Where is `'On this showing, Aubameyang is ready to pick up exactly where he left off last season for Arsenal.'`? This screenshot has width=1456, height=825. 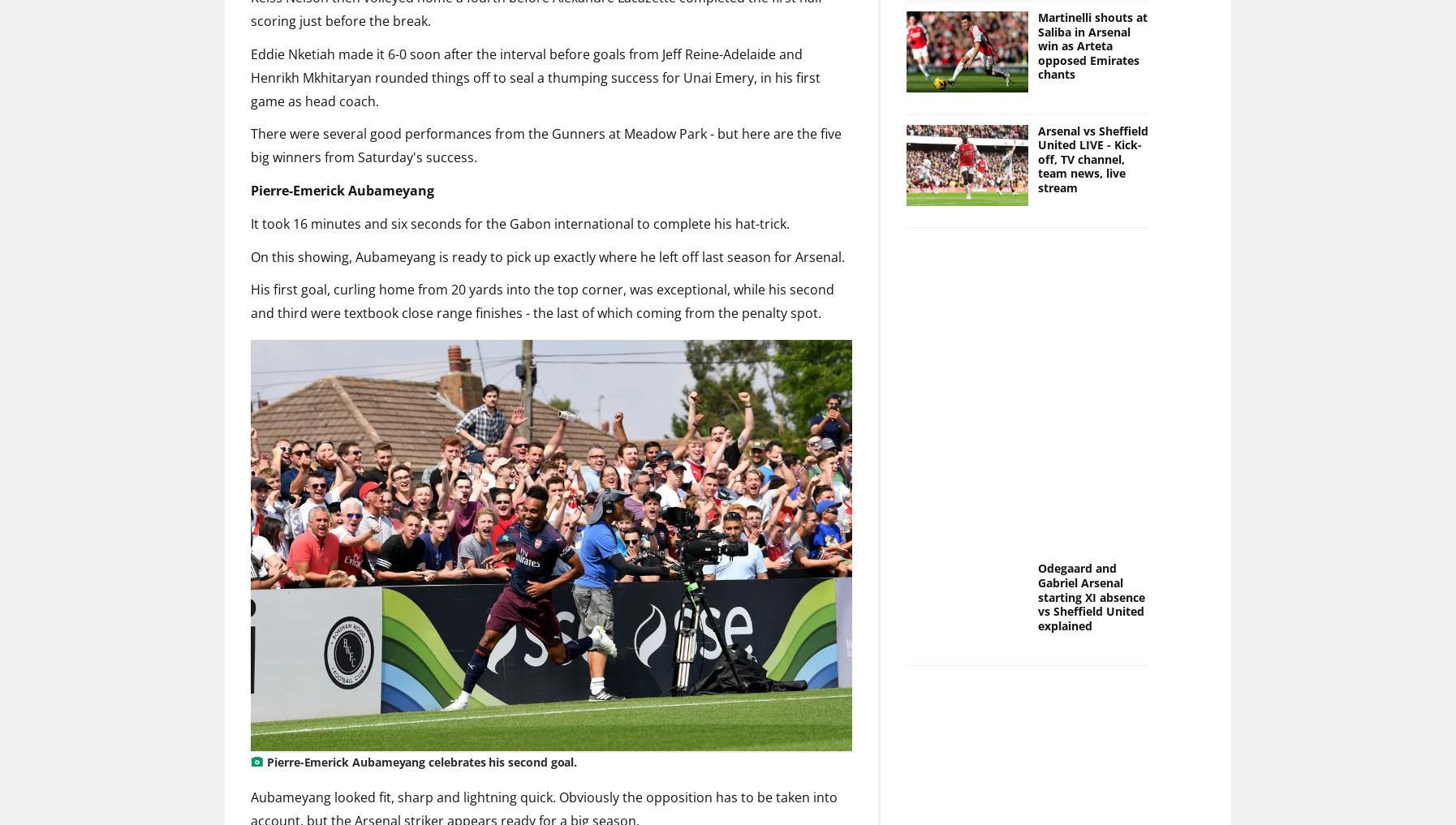 'On this showing, Aubameyang is ready to pick up exactly where he left off last season for Arsenal.' is located at coordinates (548, 256).